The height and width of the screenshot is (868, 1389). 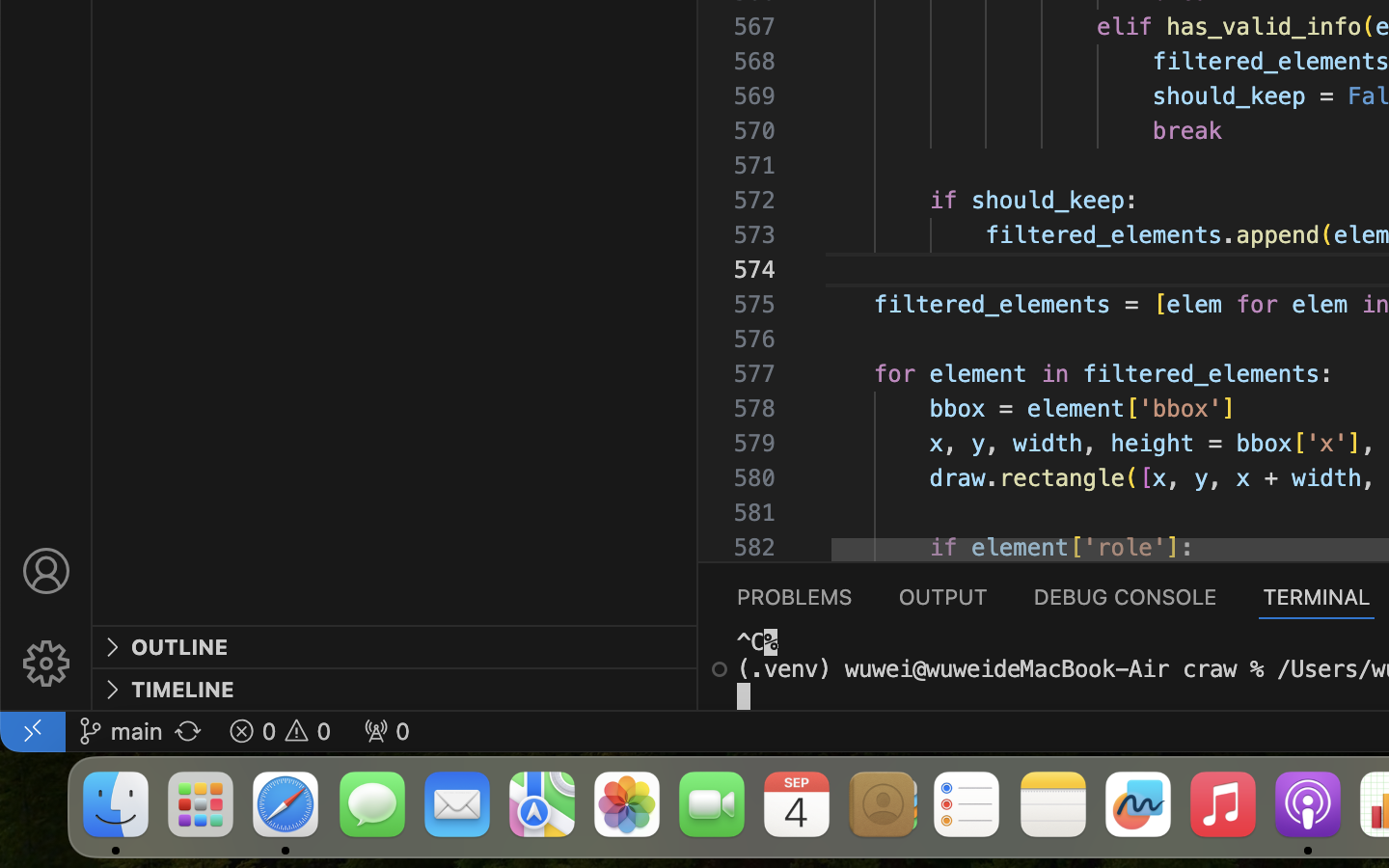 What do you see at coordinates (719, 667) in the screenshot?
I see `''` at bounding box center [719, 667].